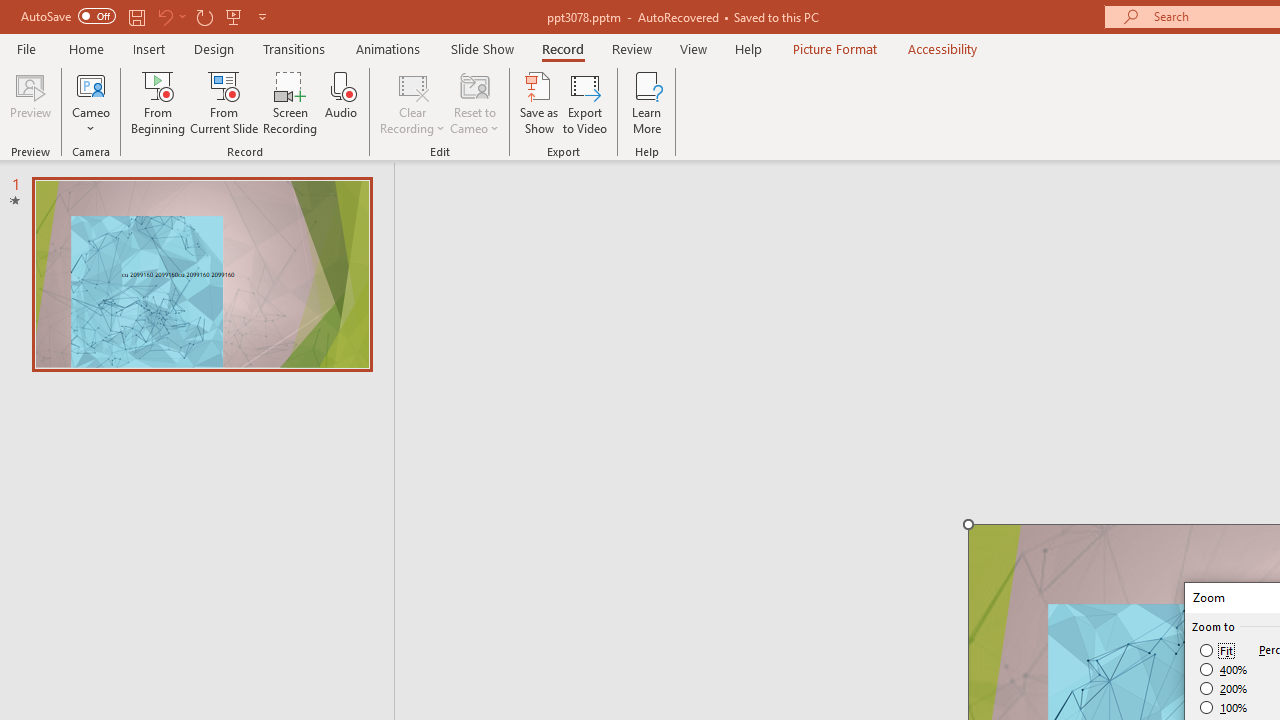  What do you see at coordinates (90, 84) in the screenshot?
I see `'Cameo'` at bounding box center [90, 84].